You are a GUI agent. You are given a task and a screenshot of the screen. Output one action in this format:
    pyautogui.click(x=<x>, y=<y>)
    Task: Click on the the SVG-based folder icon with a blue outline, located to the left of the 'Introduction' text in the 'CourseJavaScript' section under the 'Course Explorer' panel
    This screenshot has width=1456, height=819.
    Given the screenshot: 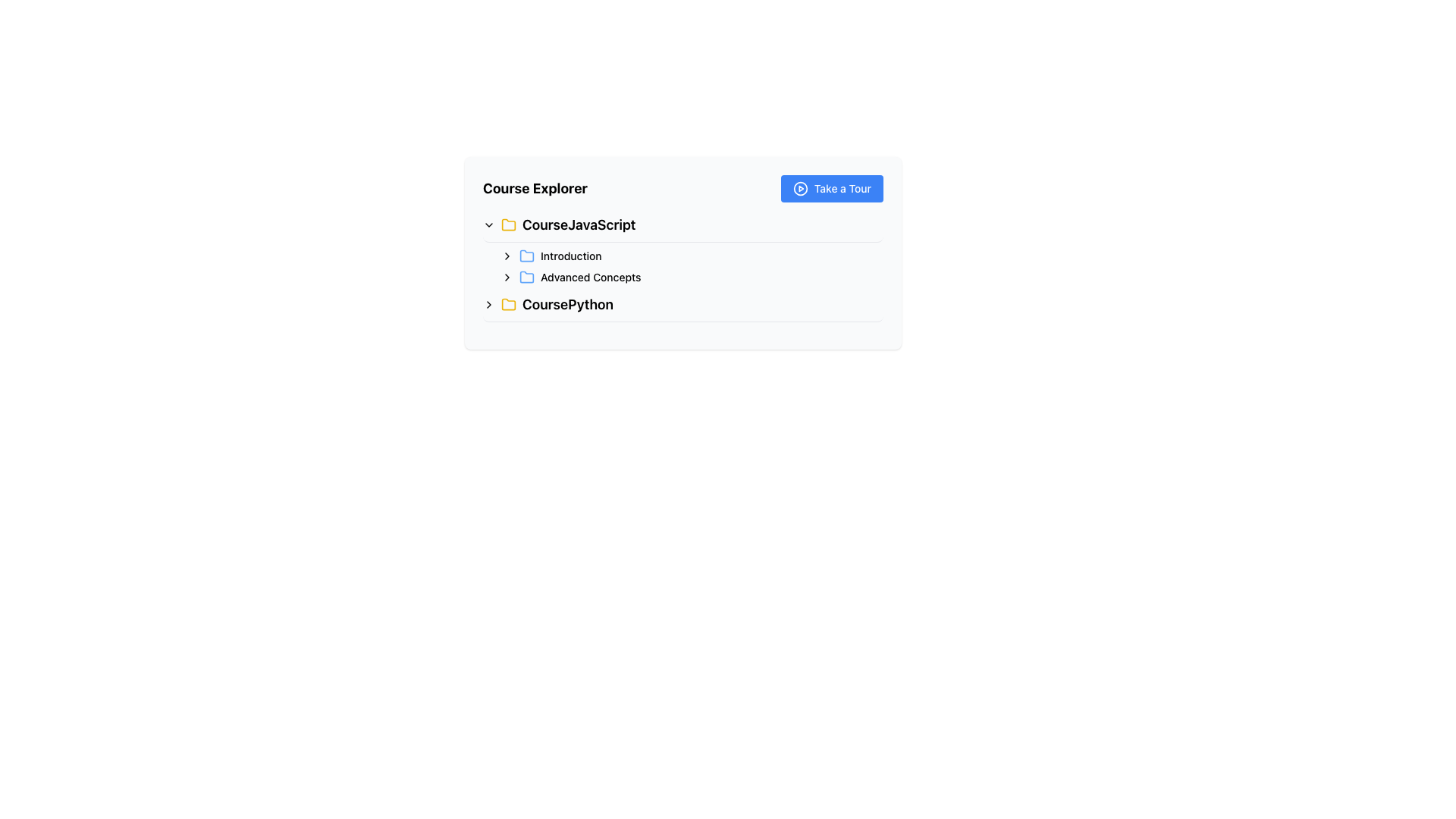 What is the action you would take?
    pyautogui.click(x=527, y=256)
    